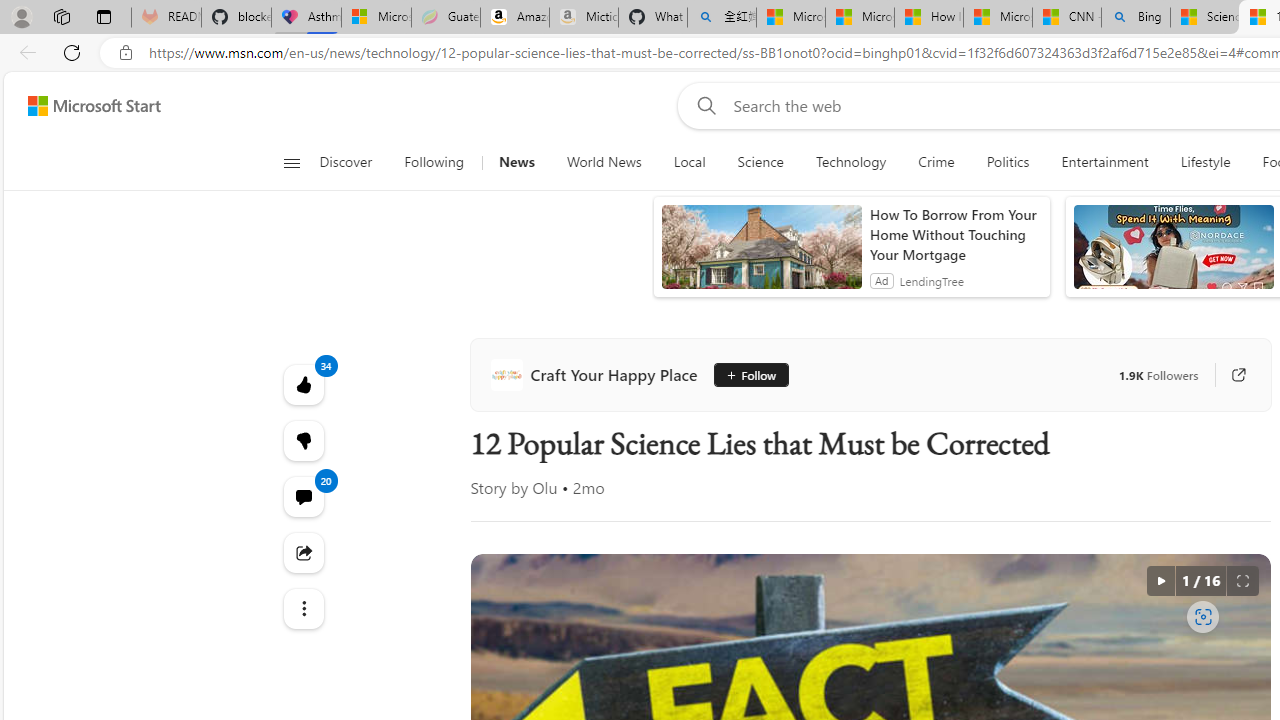 This screenshot has height=720, width=1280. Describe the element at coordinates (290, 162) in the screenshot. I see `'Open navigation menu'` at that location.